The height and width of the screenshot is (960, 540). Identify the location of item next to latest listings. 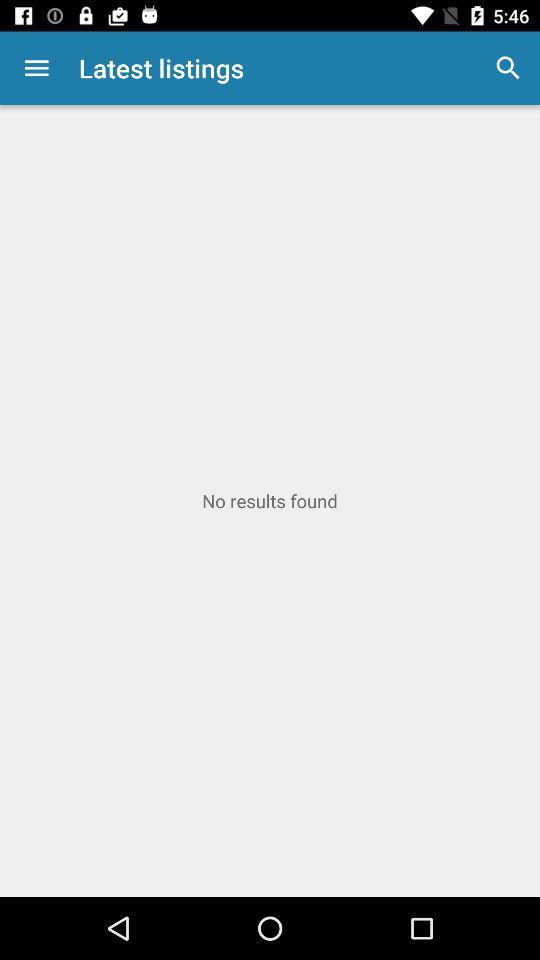
(508, 68).